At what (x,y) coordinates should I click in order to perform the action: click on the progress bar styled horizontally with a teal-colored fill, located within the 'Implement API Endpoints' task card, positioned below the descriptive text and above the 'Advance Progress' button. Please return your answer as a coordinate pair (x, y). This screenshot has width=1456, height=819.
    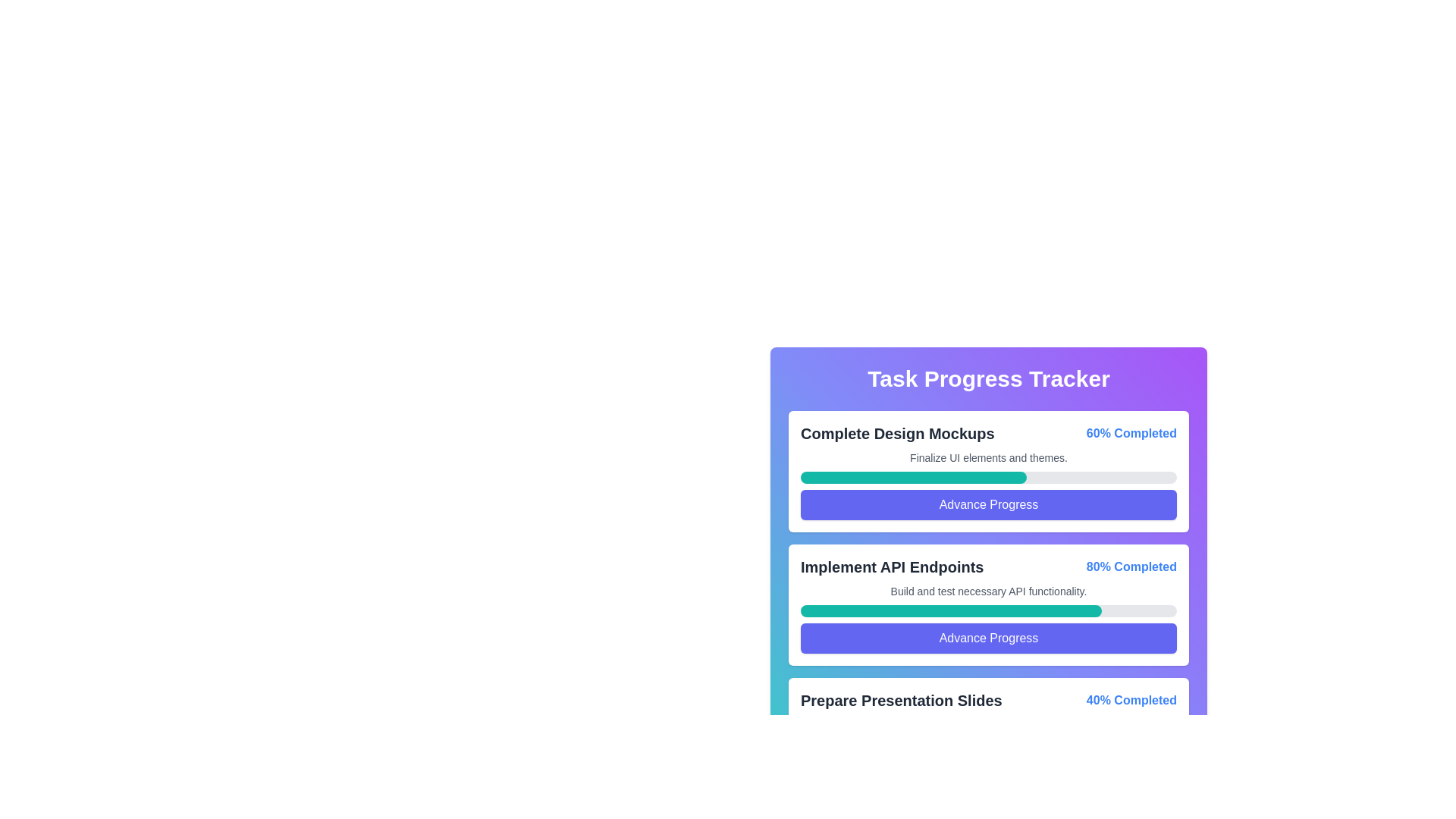
    Looking at the image, I should click on (989, 610).